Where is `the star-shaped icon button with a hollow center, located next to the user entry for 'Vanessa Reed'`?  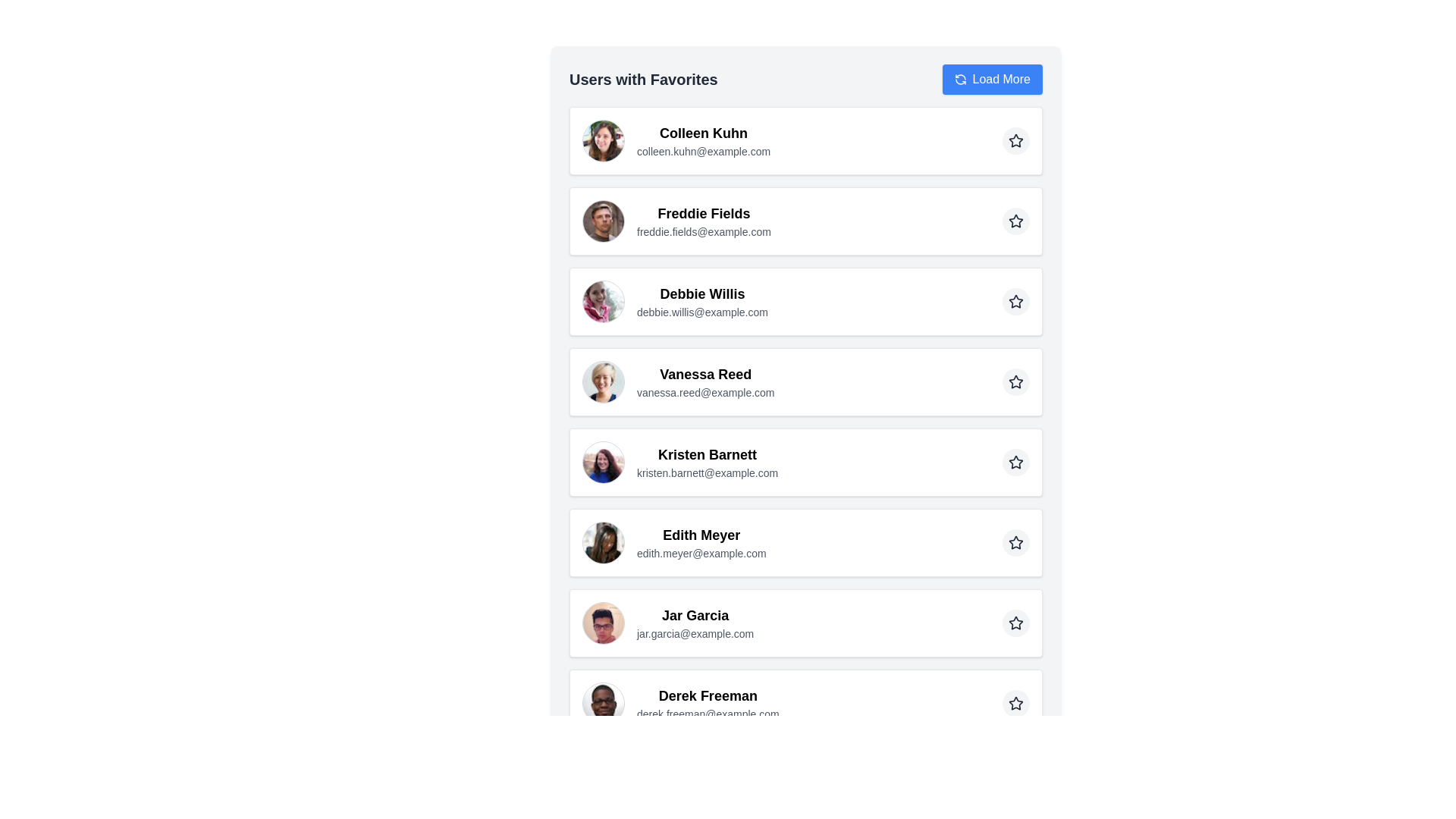
the star-shaped icon button with a hollow center, located next to the user entry for 'Vanessa Reed' is located at coordinates (1015, 380).